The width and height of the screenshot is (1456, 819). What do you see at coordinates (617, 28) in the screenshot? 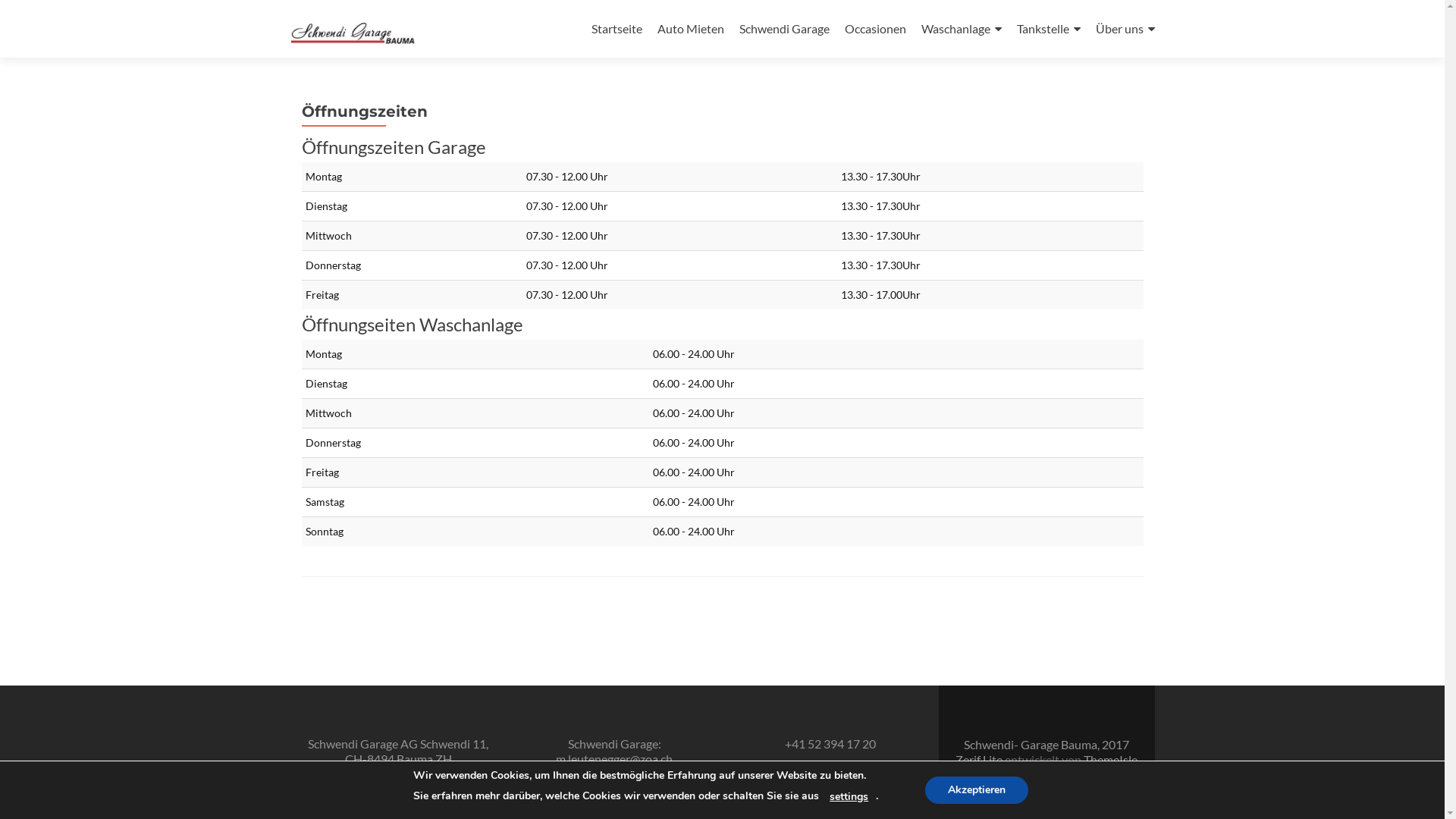
I see `'Startseite'` at bounding box center [617, 28].